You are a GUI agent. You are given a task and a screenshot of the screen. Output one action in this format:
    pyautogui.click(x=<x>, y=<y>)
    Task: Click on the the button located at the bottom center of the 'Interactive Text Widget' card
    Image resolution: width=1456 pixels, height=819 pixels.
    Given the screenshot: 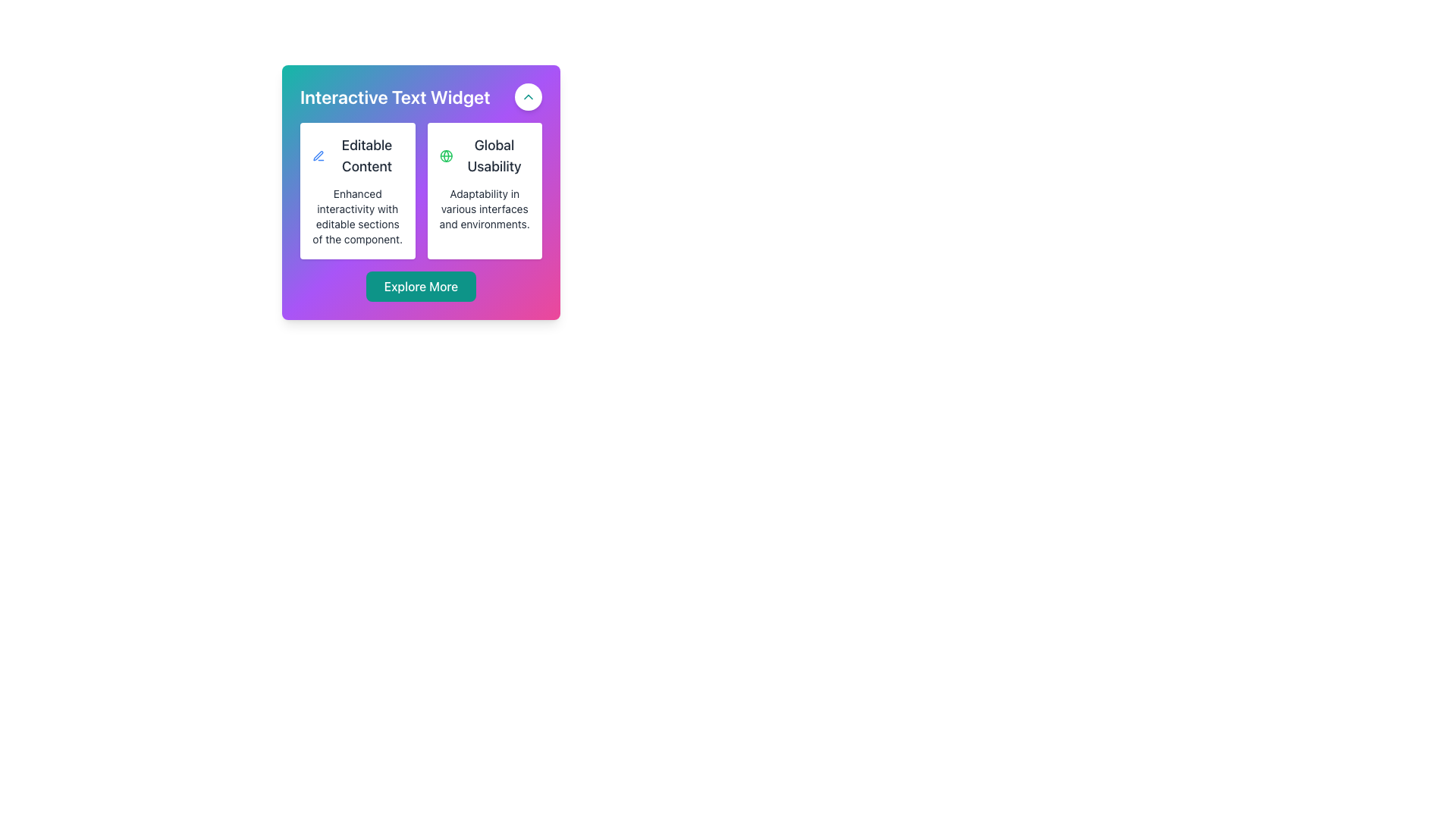 What is the action you would take?
    pyautogui.click(x=421, y=287)
    